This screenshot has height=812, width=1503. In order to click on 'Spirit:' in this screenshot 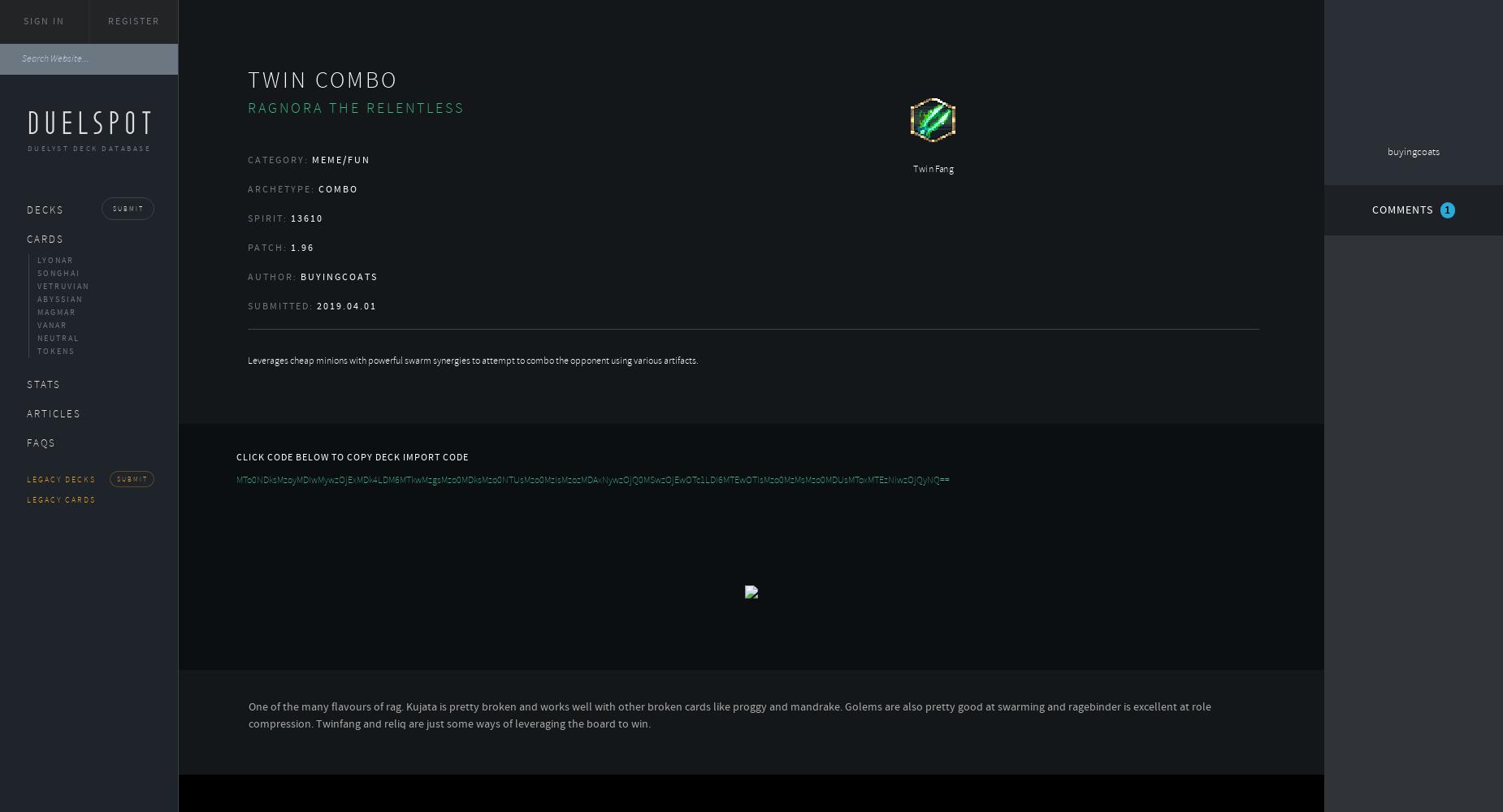, I will do `click(267, 218)`.